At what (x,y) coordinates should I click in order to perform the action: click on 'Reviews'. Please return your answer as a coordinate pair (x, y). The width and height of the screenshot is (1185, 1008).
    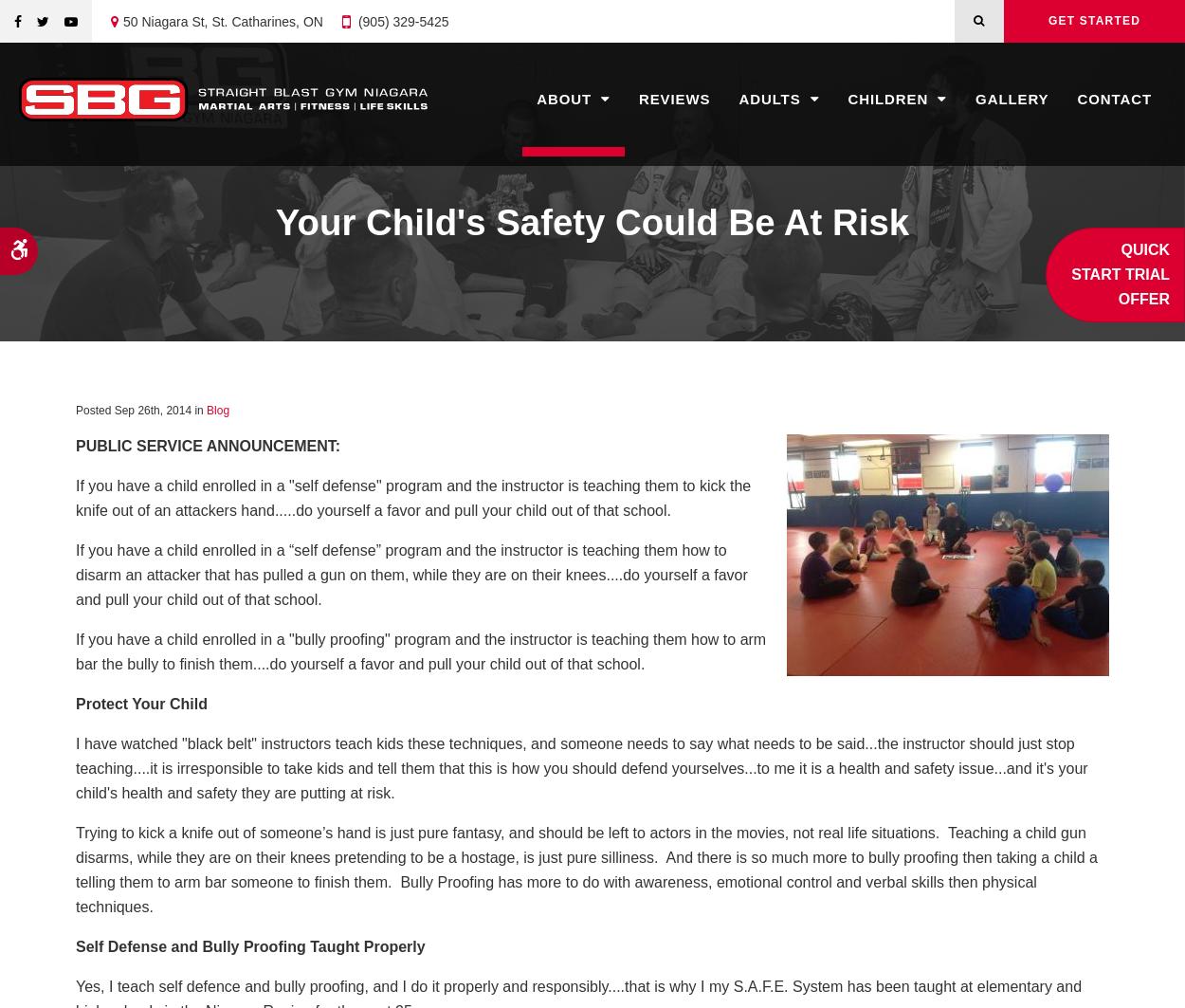
    Looking at the image, I should click on (673, 99).